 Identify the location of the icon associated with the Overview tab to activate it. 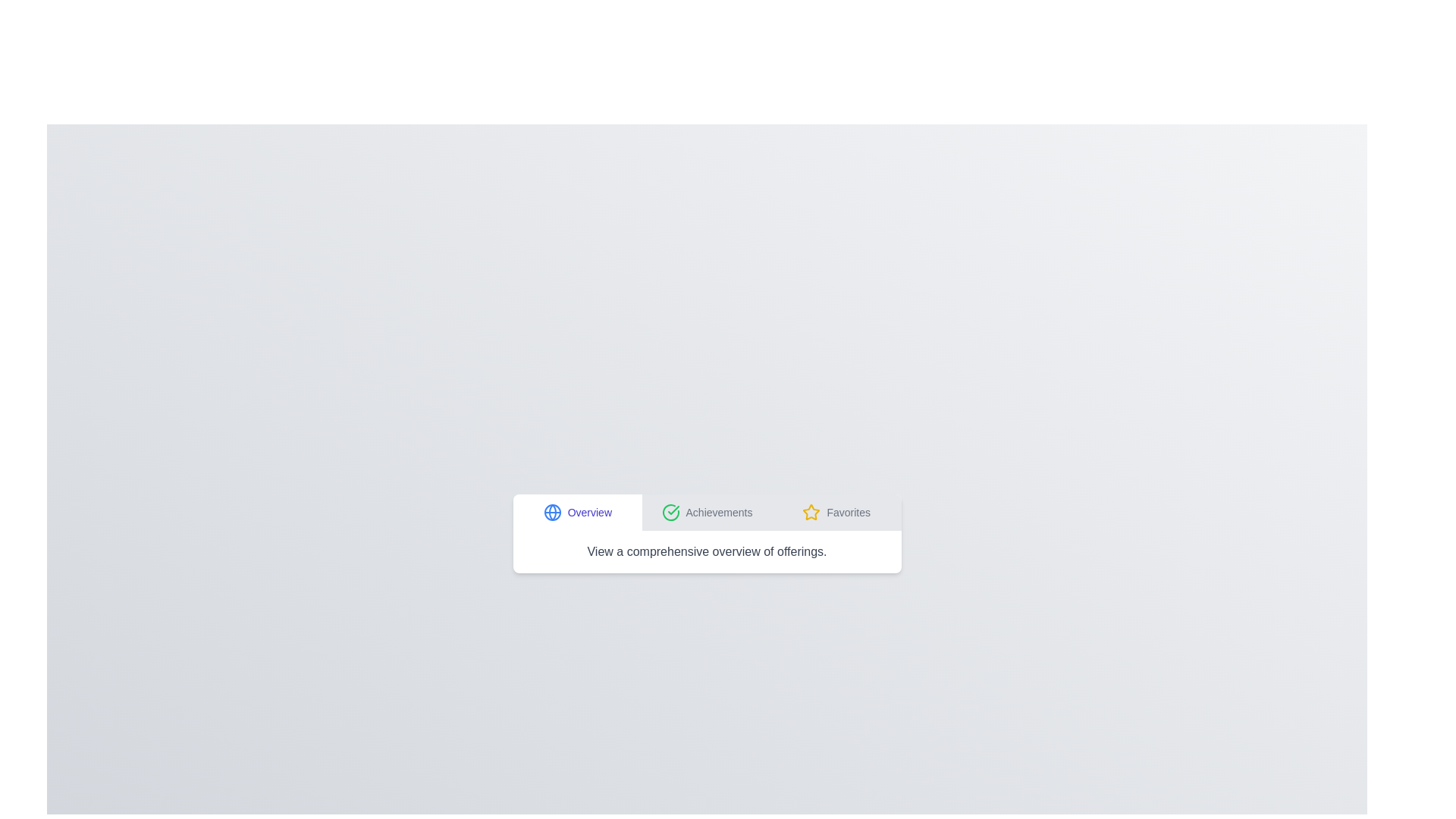
(551, 512).